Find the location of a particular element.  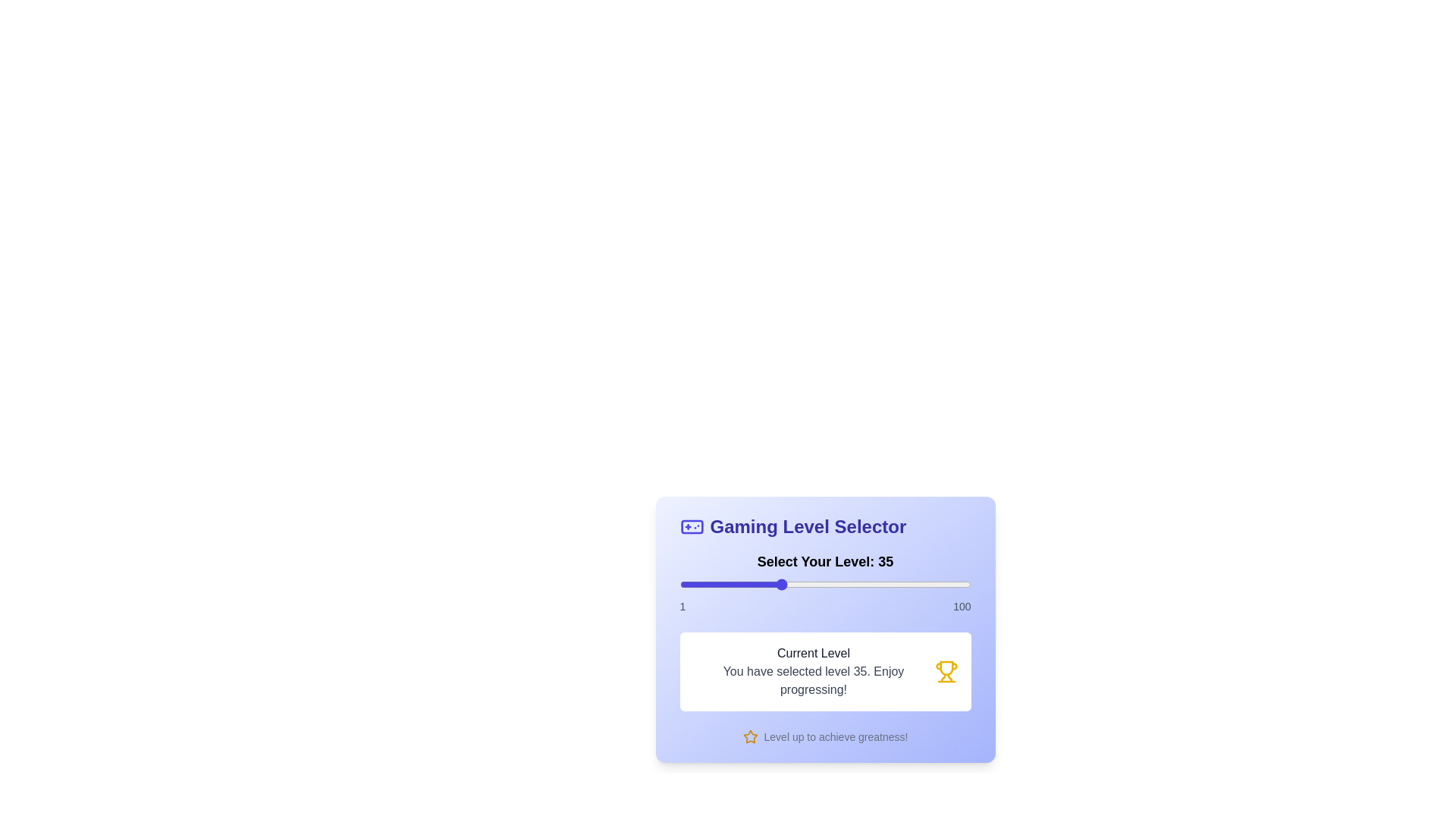

the left-side handle of the trophy icon in the SVG illustration, which signifies achievement or progression is located at coordinates (943, 677).